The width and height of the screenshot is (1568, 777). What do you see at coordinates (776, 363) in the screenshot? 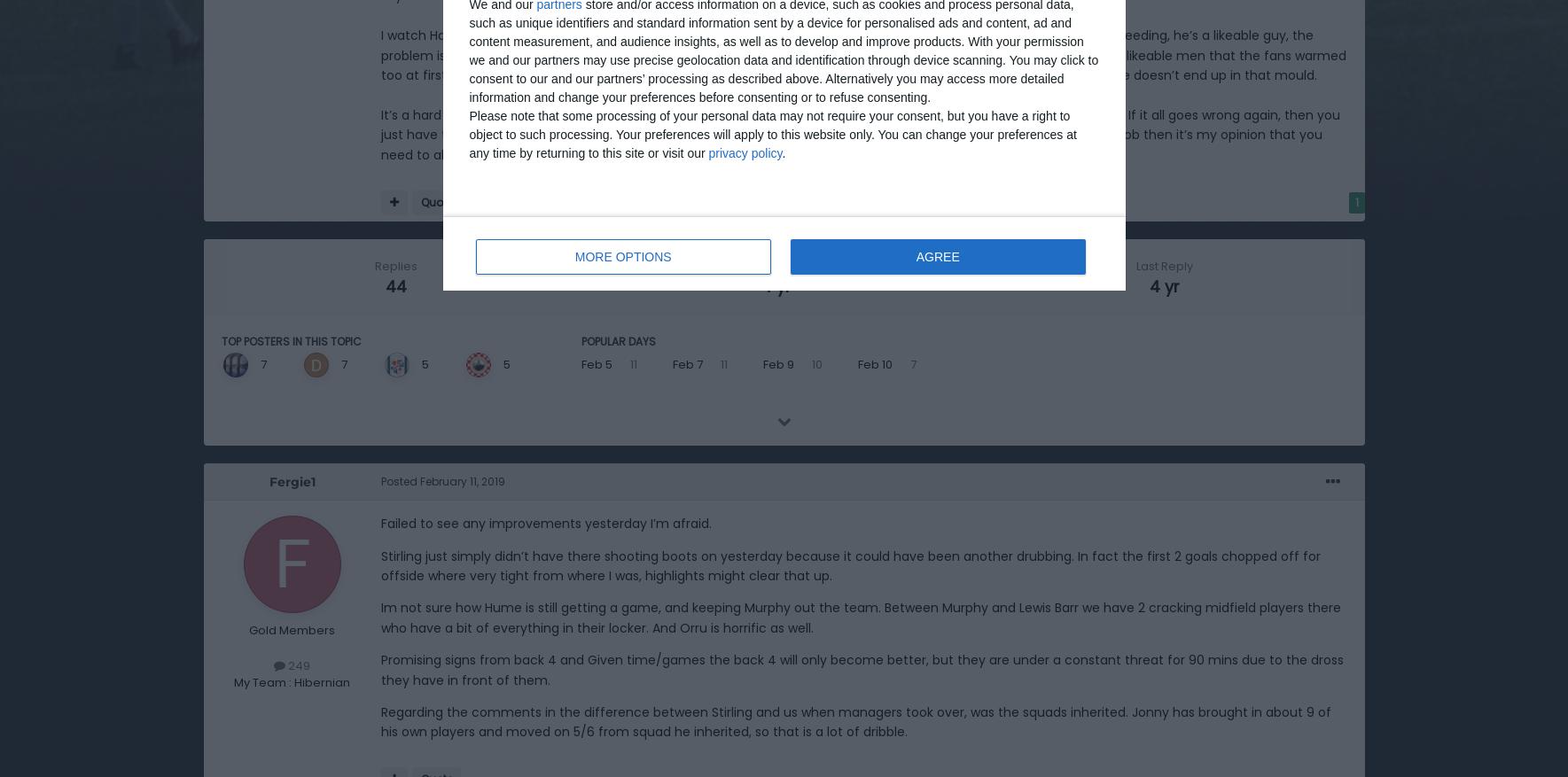
I see `'Feb 9'` at bounding box center [776, 363].